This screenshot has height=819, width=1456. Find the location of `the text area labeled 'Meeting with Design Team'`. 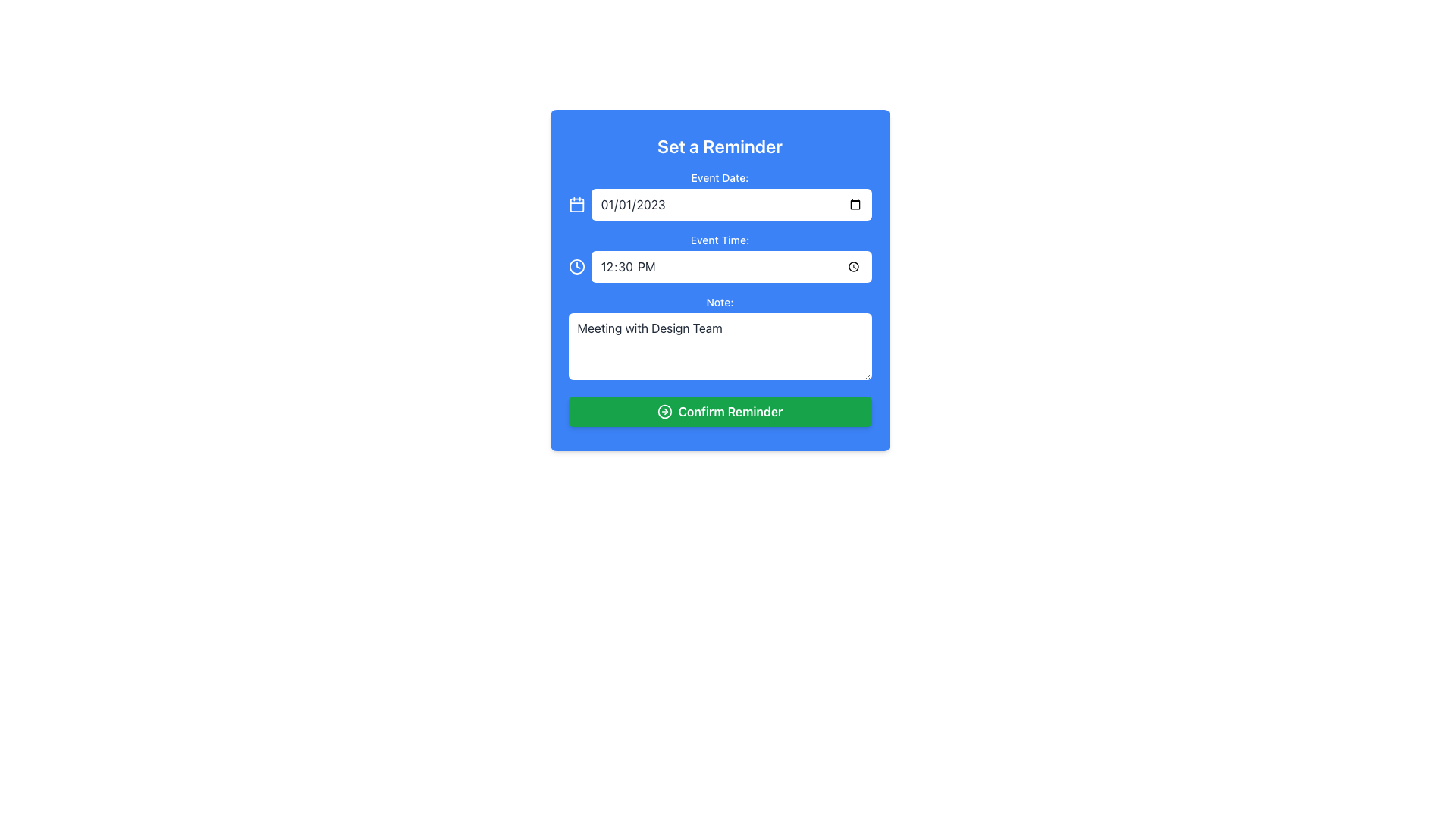

the text area labeled 'Meeting with Design Team' is located at coordinates (719, 338).